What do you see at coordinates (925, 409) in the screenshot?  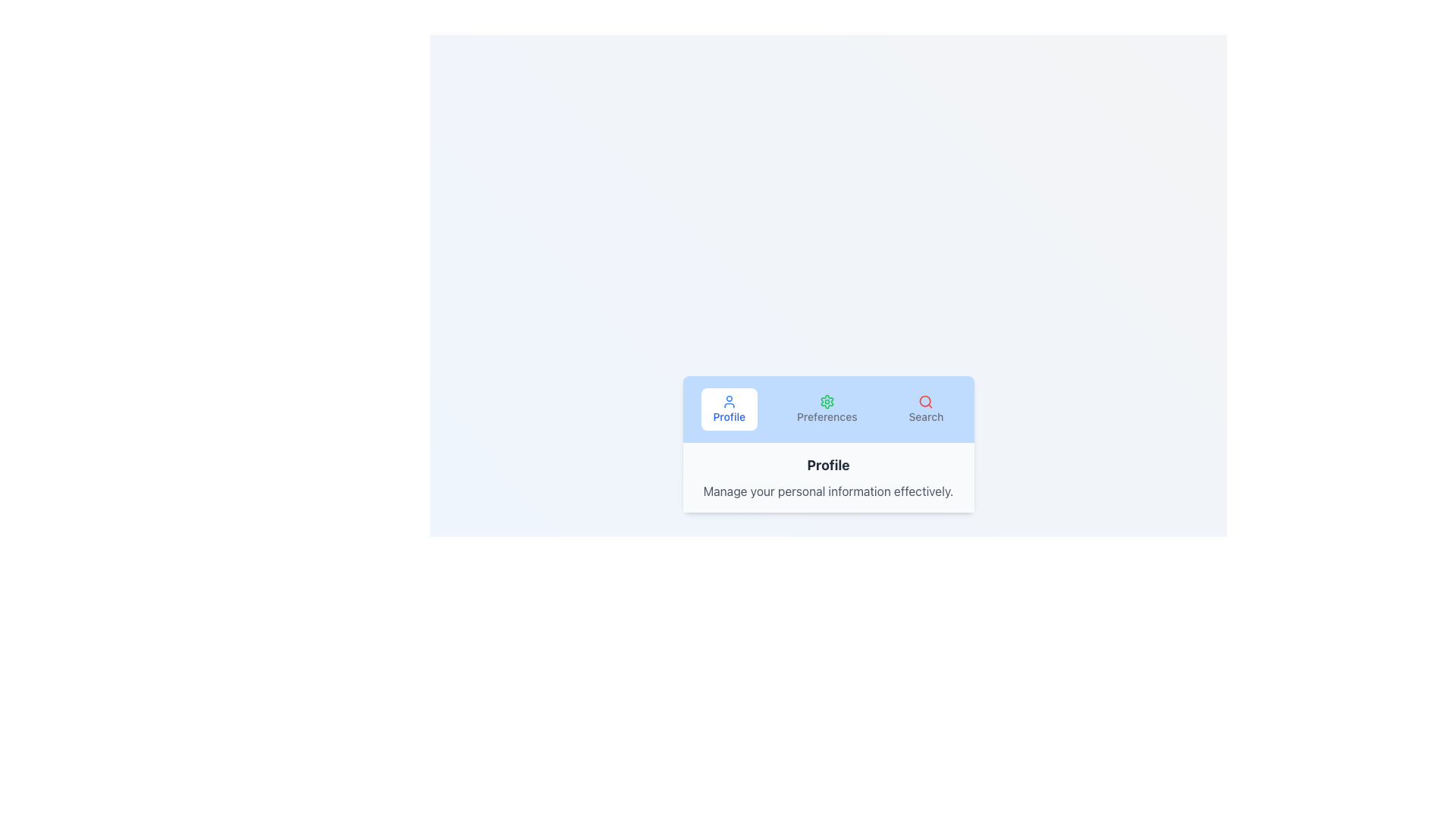 I see `the 'Search' button located on the rightmost side of a horizontal row of buttons labeled 'Profile', 'Preferences', and 'Search' to change its appearance` at bounding box center [925, 409].